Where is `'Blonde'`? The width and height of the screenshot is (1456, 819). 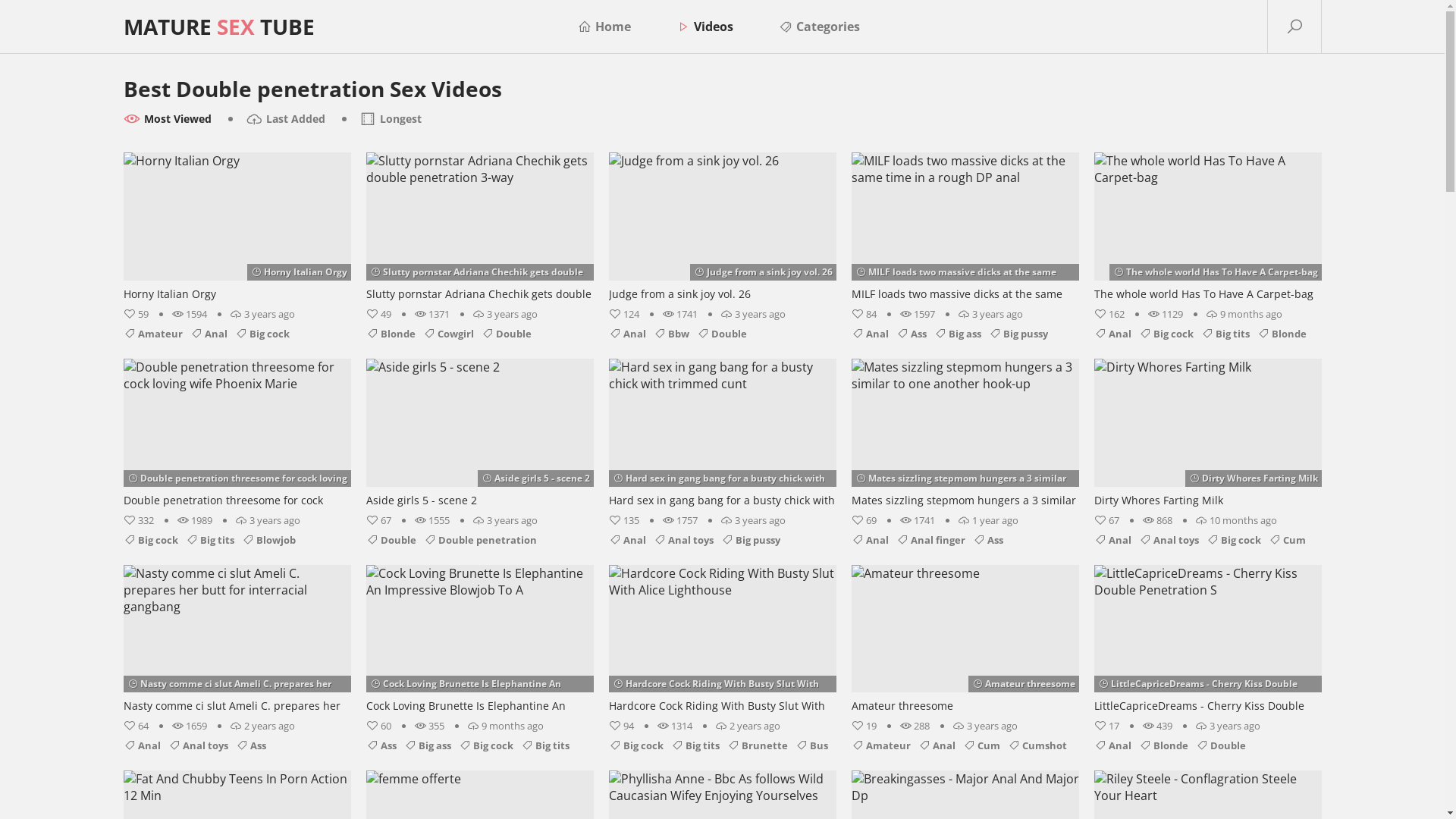
'Blonde' is located at coordinates (365, 332).